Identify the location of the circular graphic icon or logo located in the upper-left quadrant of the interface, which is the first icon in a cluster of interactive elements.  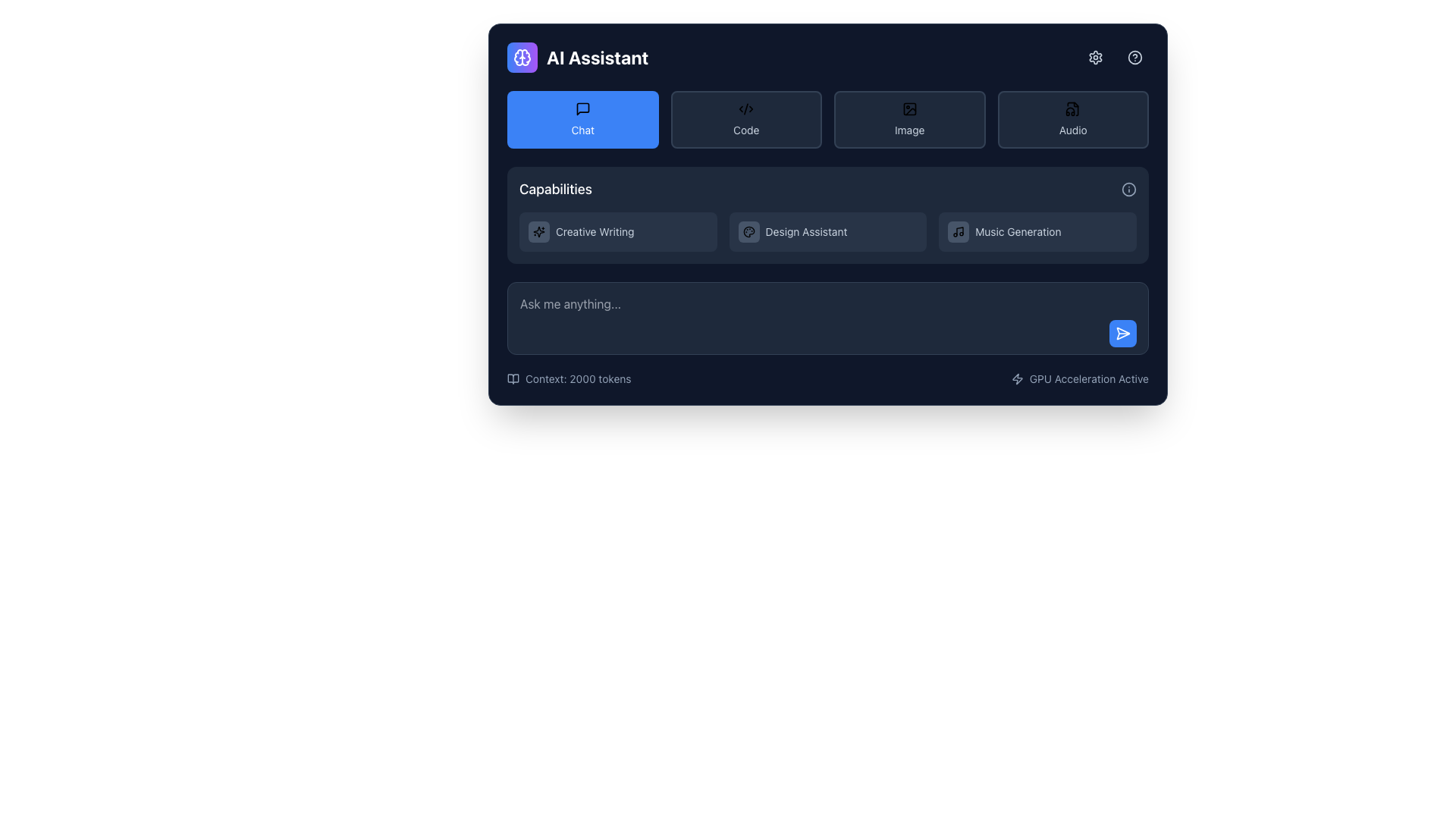
(519, 57).